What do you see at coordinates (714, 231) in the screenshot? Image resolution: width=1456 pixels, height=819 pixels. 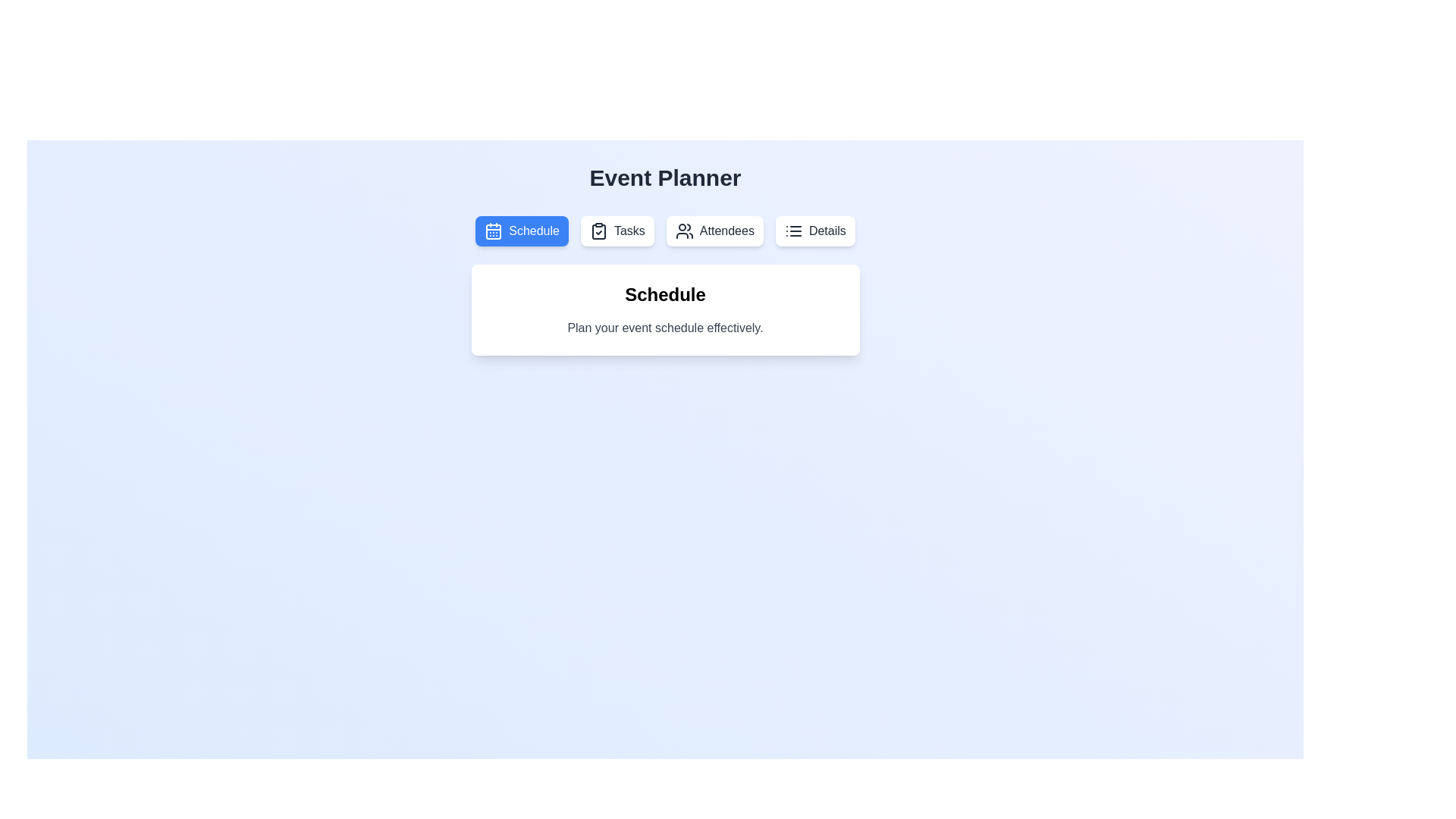 I see `the tab button labeled 'Attendees' to switch to the respective tab` at bounding box center [714, 231].